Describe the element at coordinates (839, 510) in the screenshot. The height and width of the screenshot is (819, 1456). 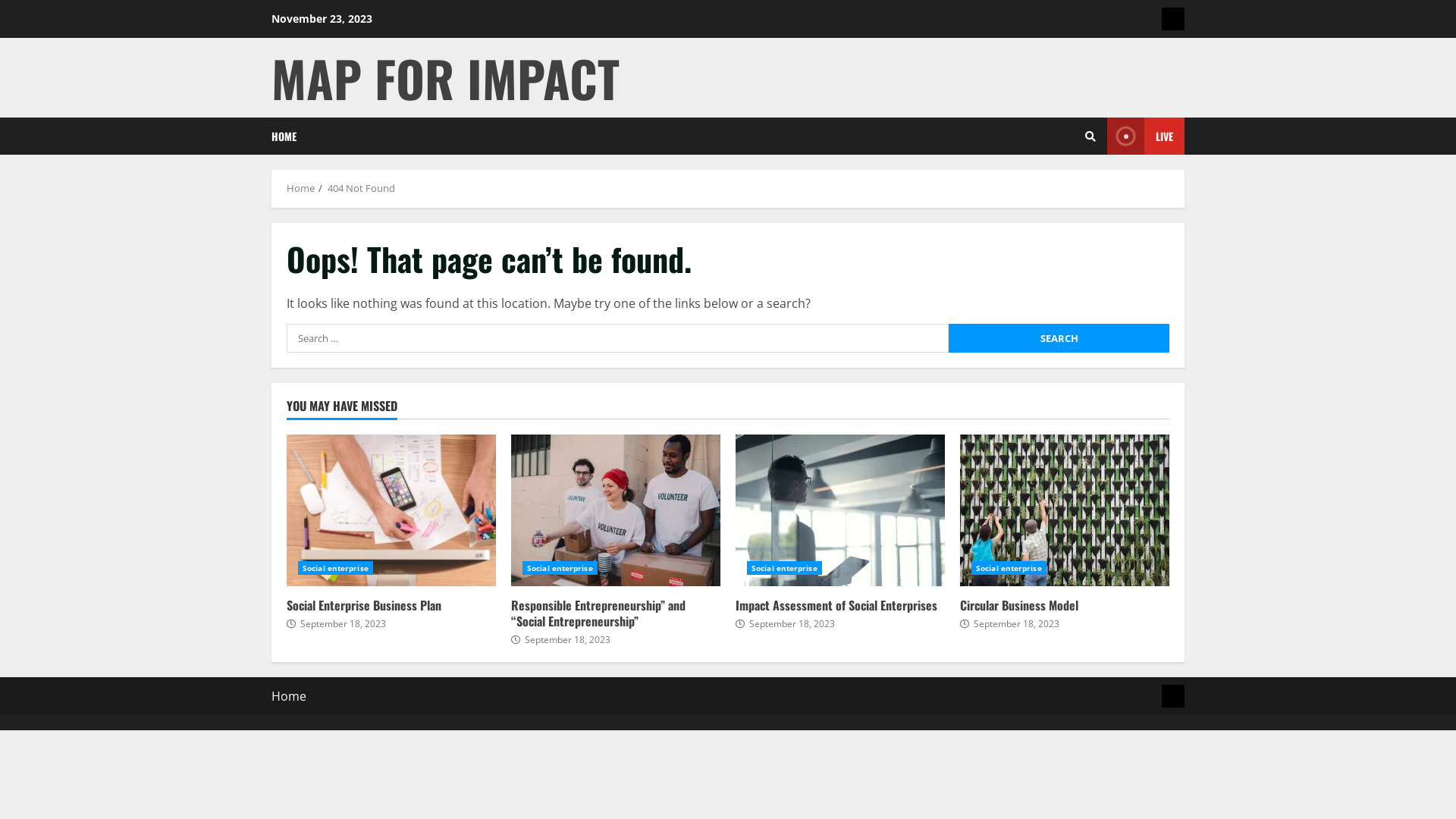
I see `'Impact Assessment of Social Enterprises'` at that location.